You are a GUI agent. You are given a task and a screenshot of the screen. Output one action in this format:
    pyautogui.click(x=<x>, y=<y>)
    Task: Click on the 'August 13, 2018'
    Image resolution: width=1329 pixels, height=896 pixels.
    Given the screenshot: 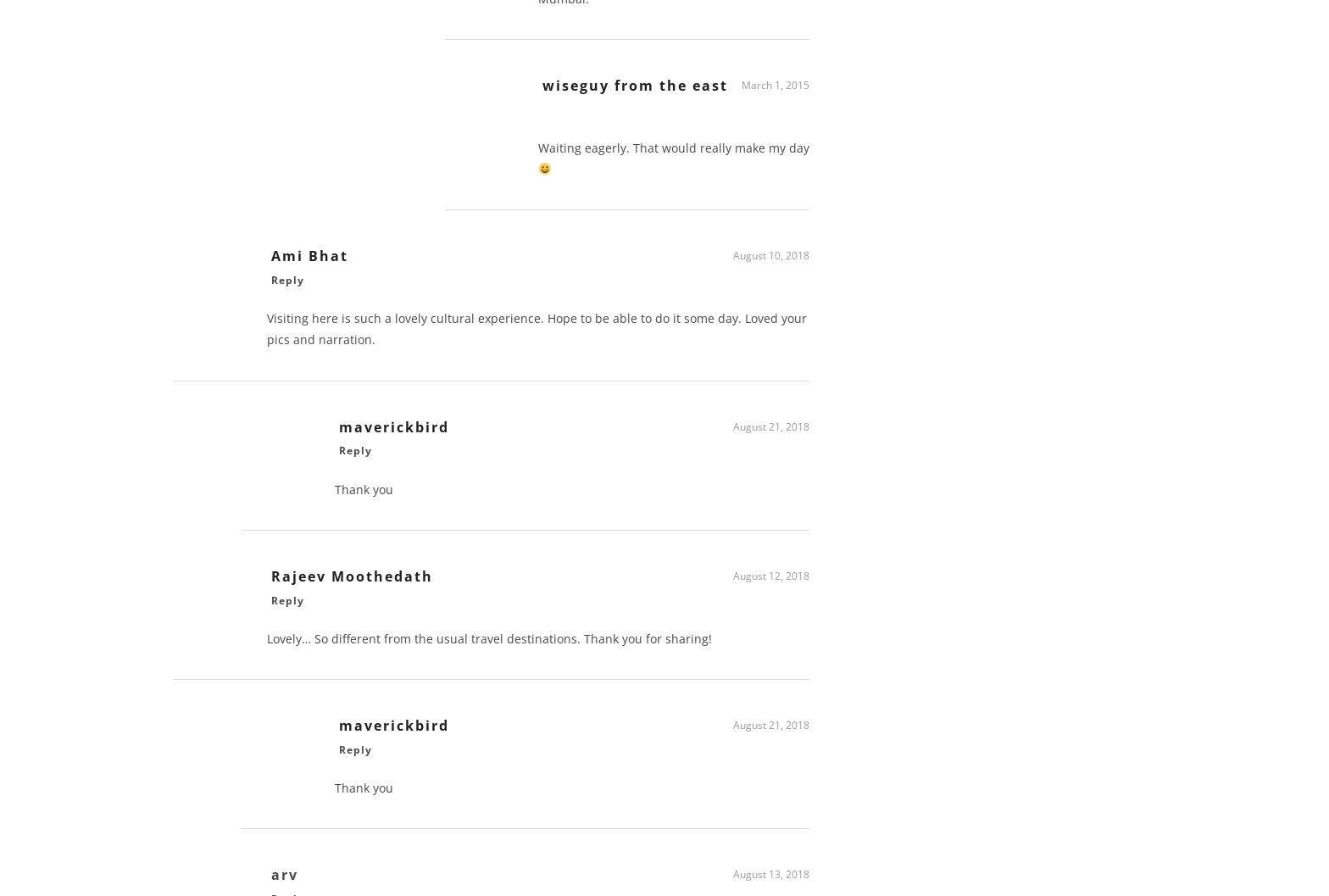 What is the action you would take?
    pyautogui.click(x=771, y=879)
    